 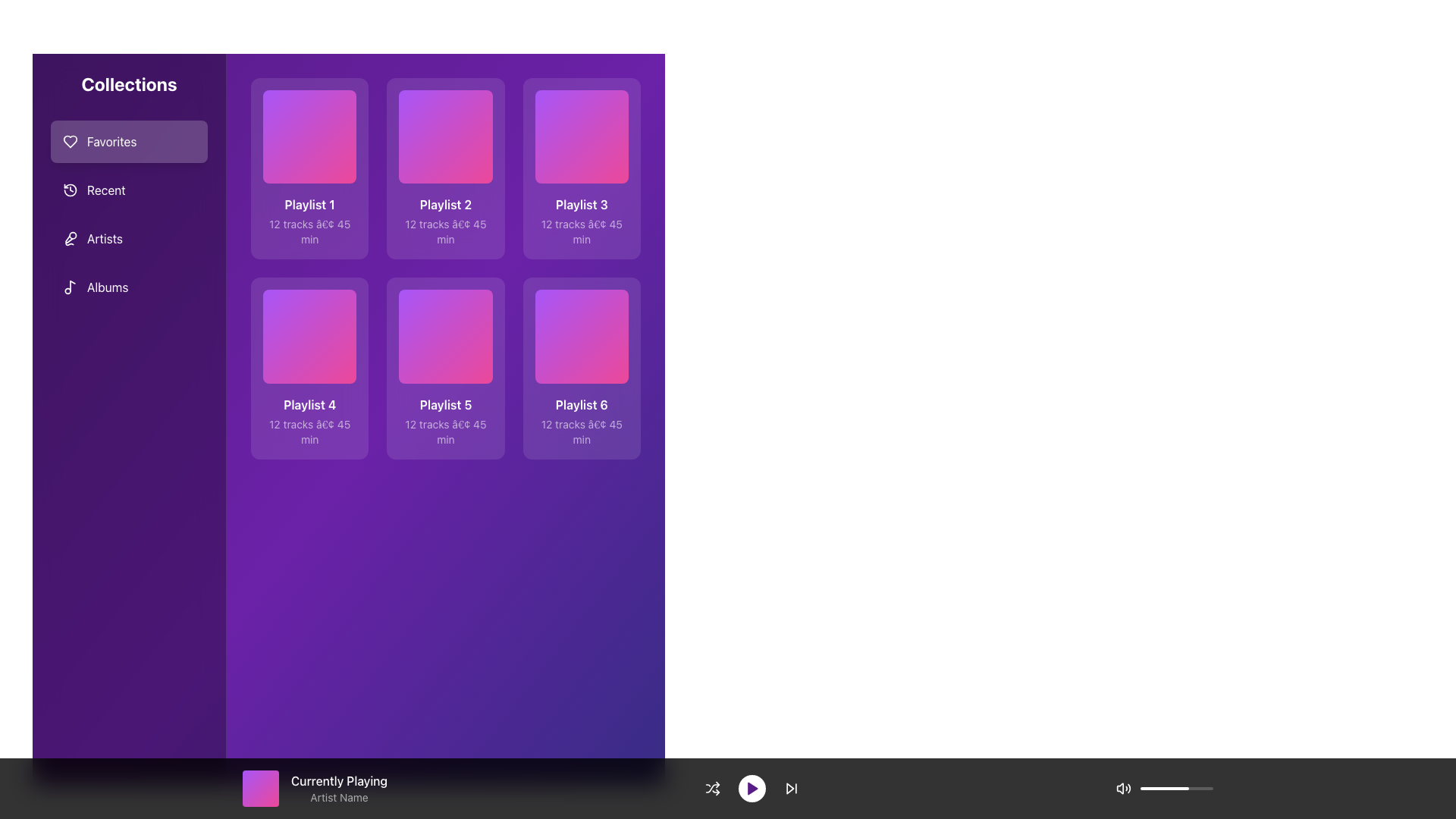 What do you see at coordinates (1197, 788) in the screenshot?
I see `the volume` at bounding box center [1197, 788].